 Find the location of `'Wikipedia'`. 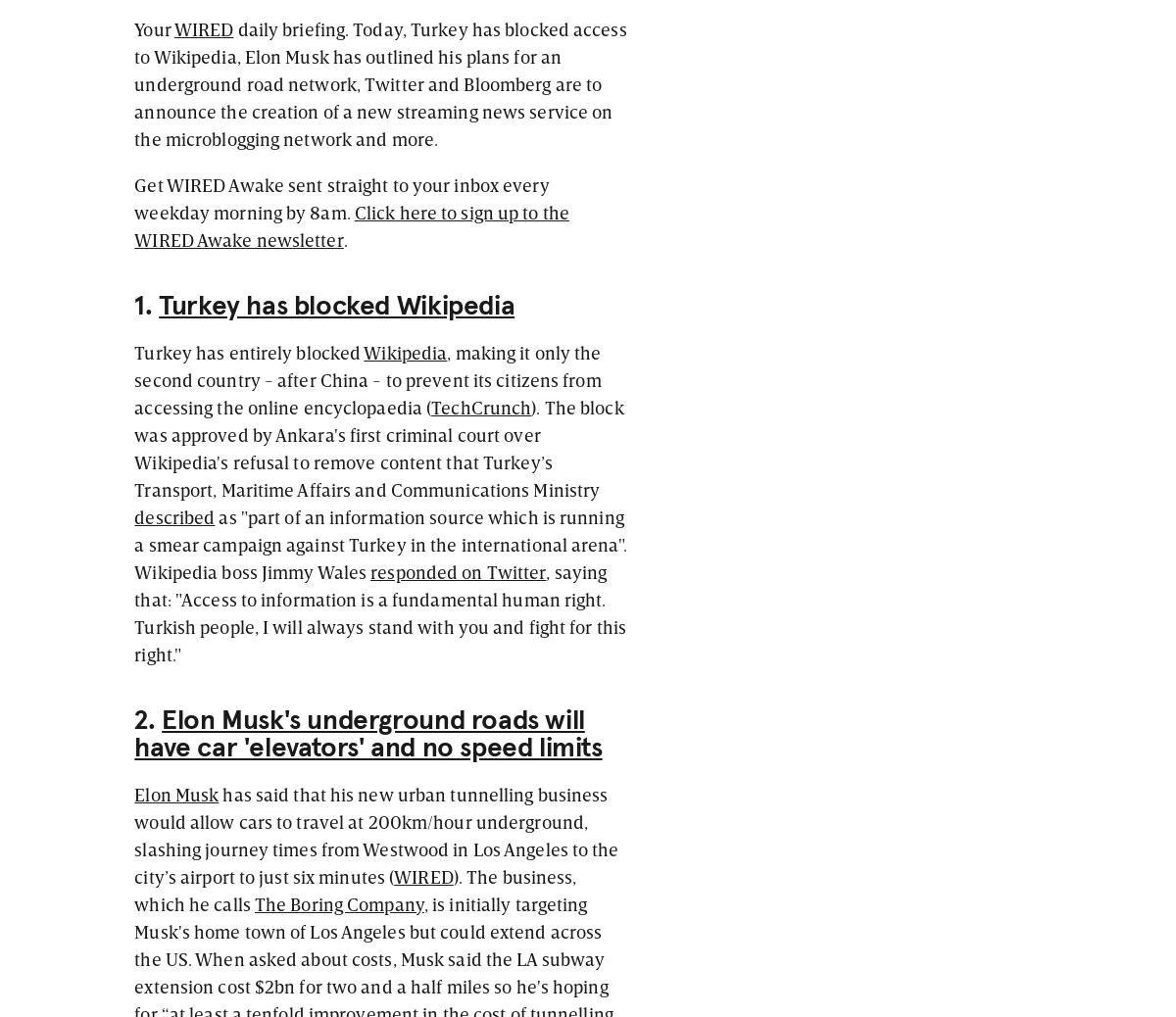

'Wikipedia' is located at coordinates (405, 351).